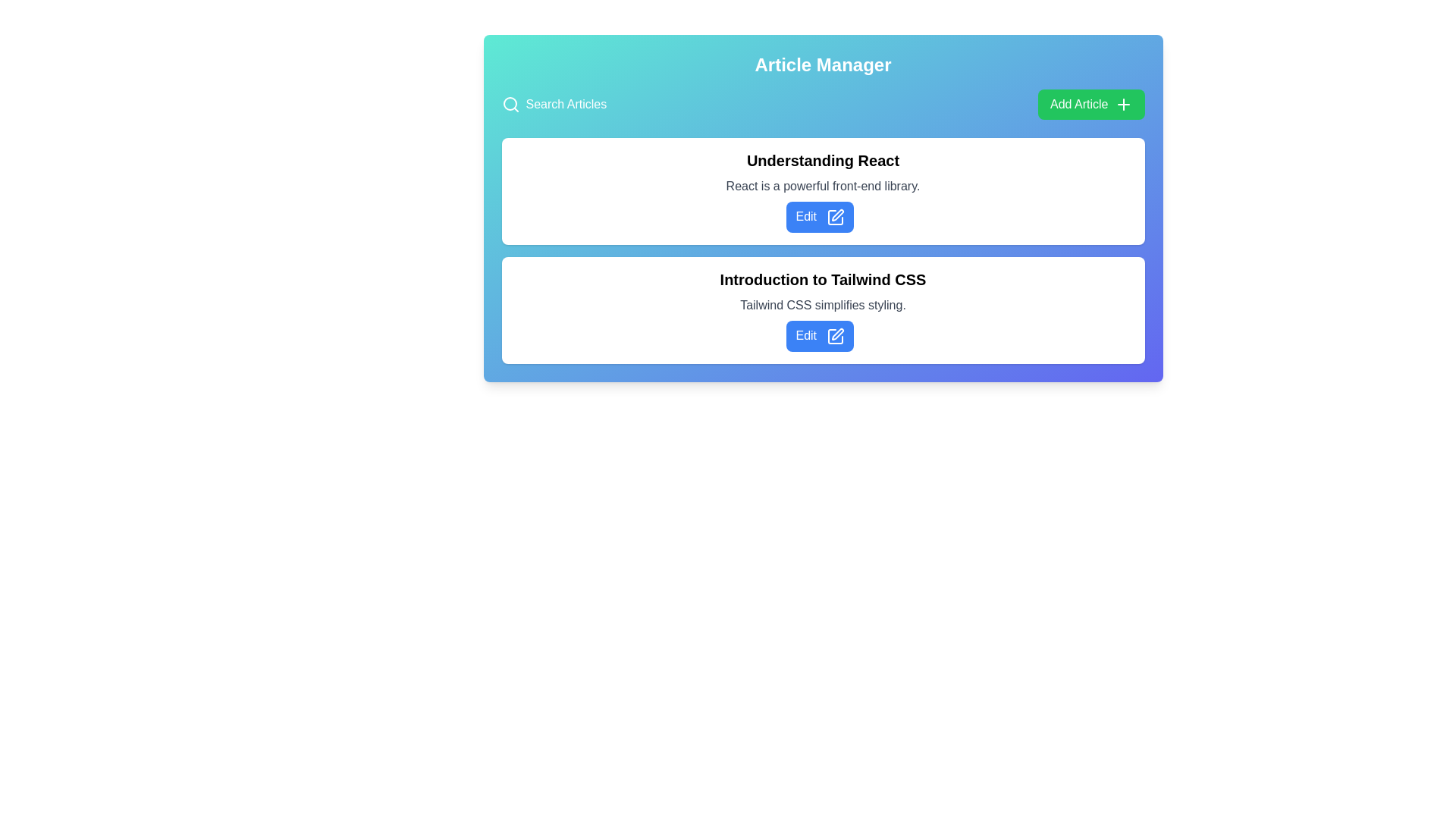 The height and width of the screenshot is (819, 1456). Describe the element at coordinates (822, 190) in the screenshot. I see `information displayed on the 'Understanding React' information card located at the upper part of the main content area` at that location.